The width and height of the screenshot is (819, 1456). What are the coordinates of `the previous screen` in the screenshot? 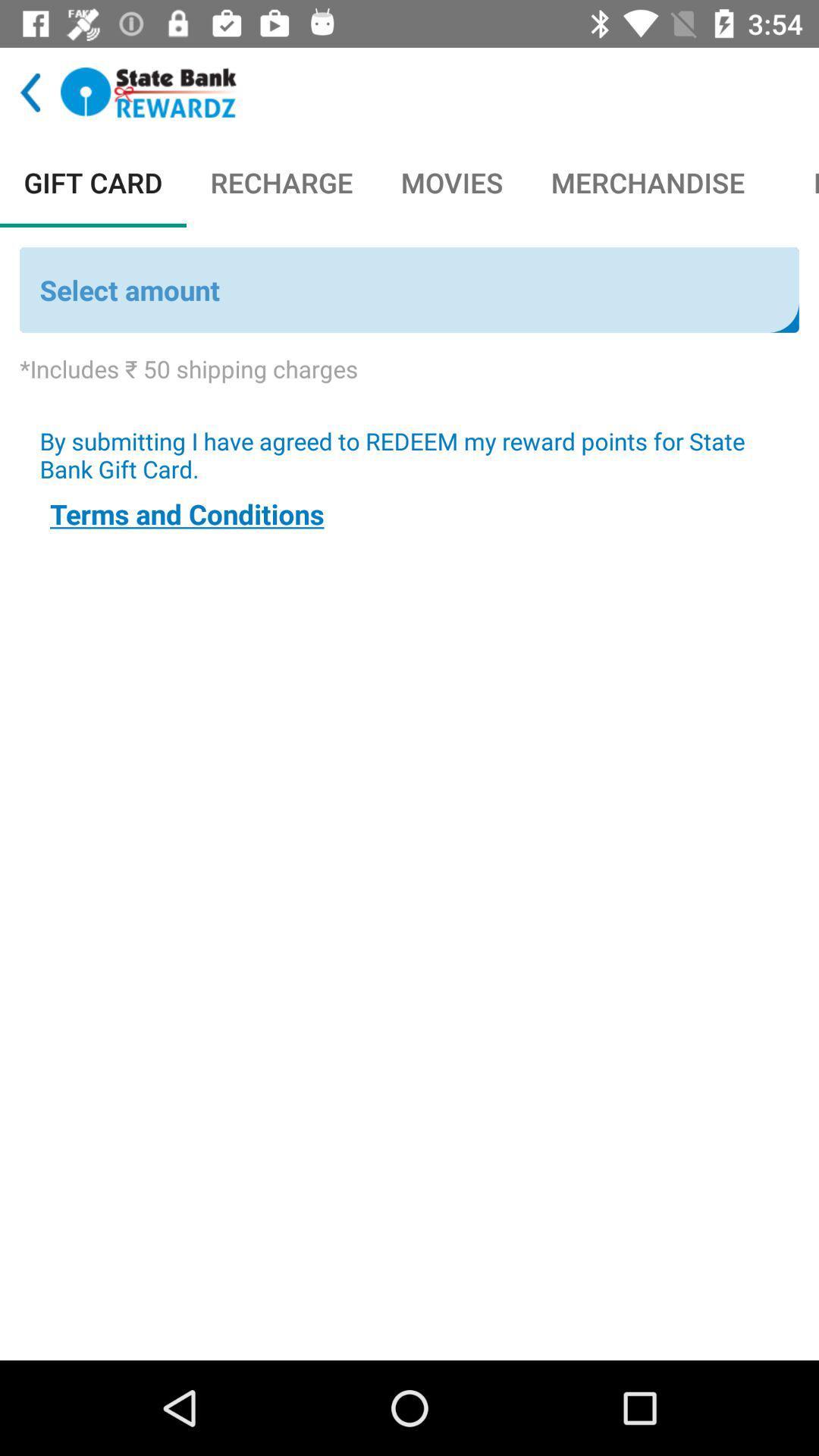 It's located at (30, 92).